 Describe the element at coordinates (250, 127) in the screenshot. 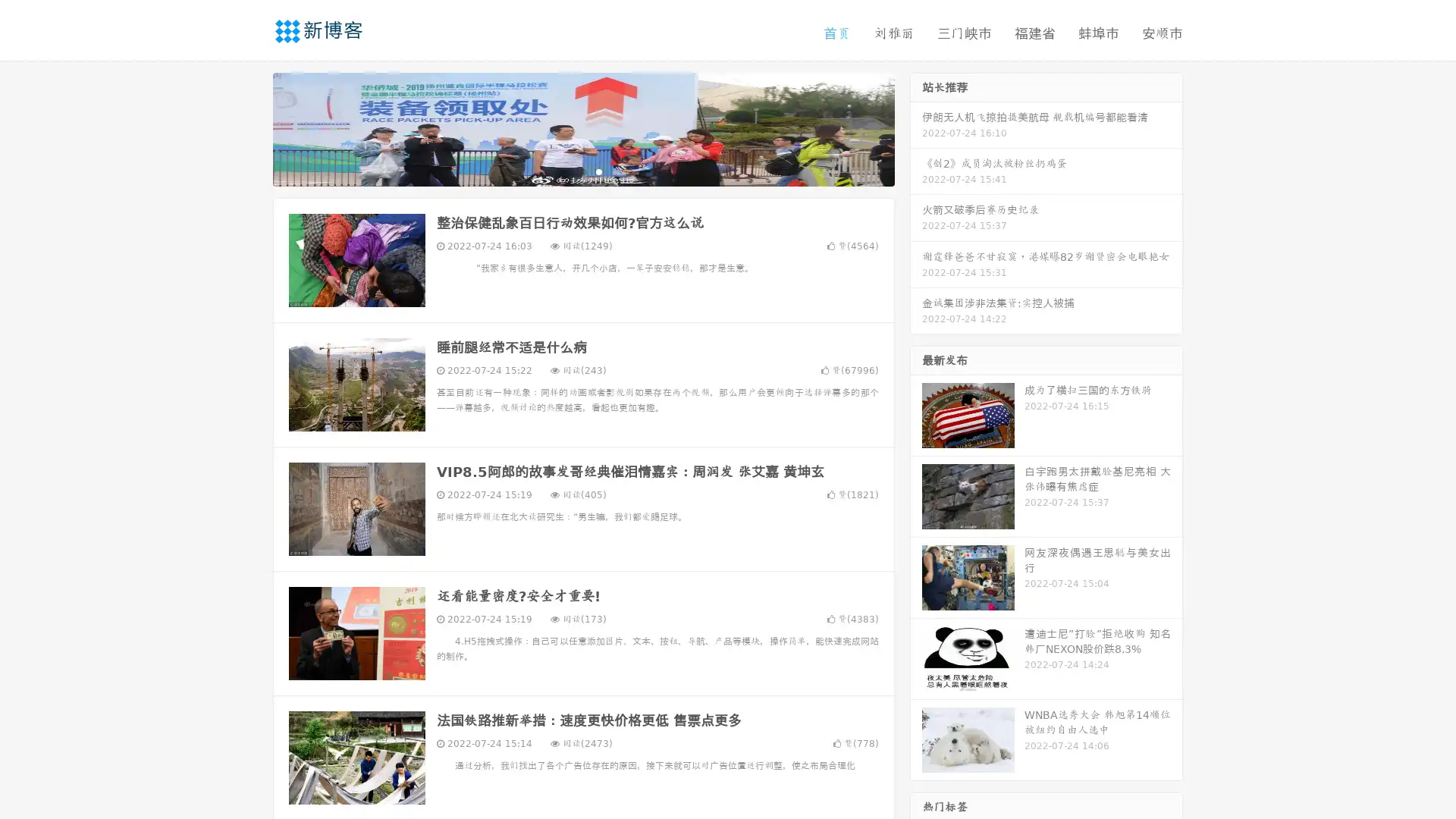

I see `Previous slide` at that location.